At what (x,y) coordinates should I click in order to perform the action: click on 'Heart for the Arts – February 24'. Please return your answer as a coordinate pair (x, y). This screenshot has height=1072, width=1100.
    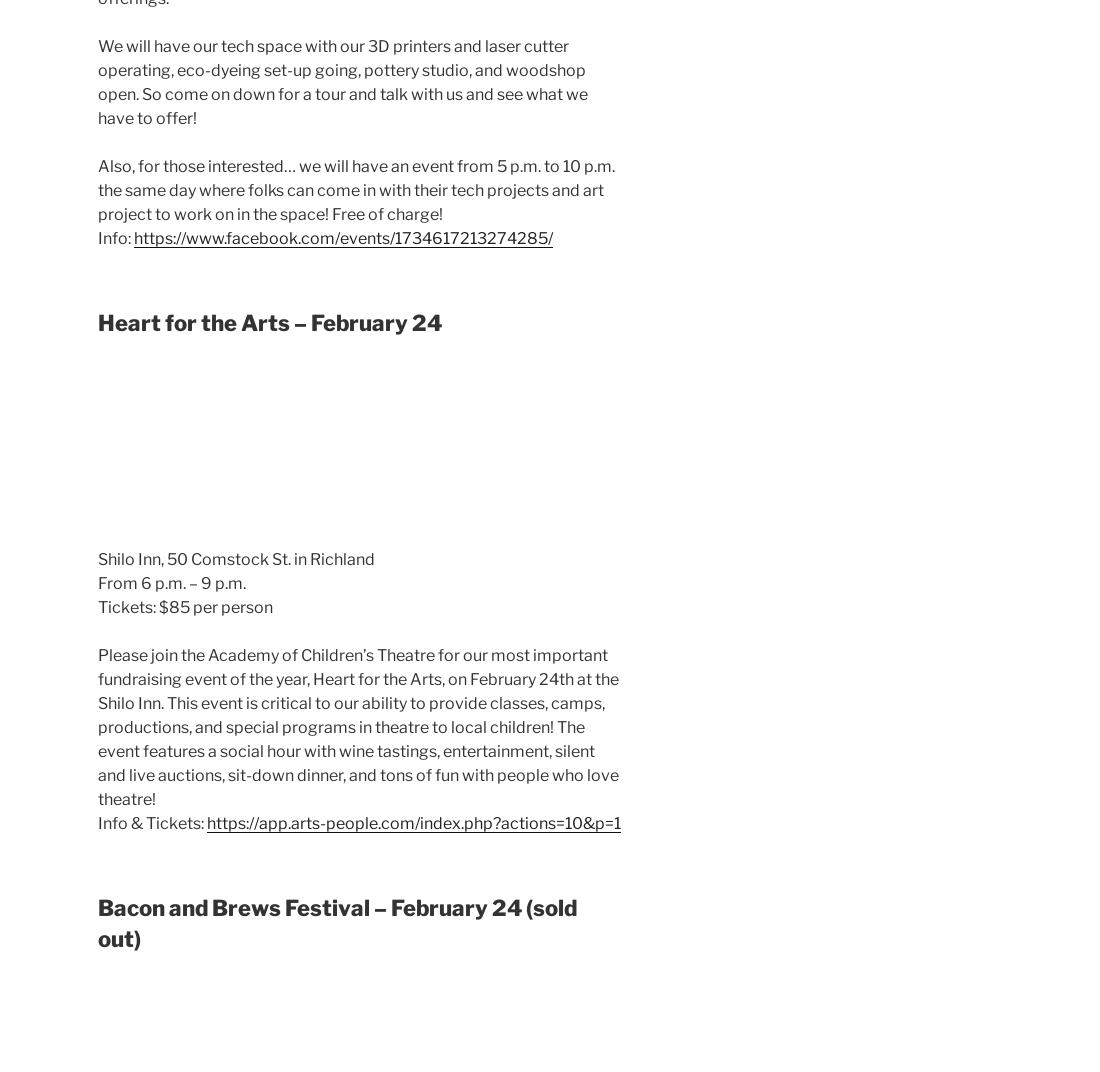
    Looking at the image, I should click on (270, 321).